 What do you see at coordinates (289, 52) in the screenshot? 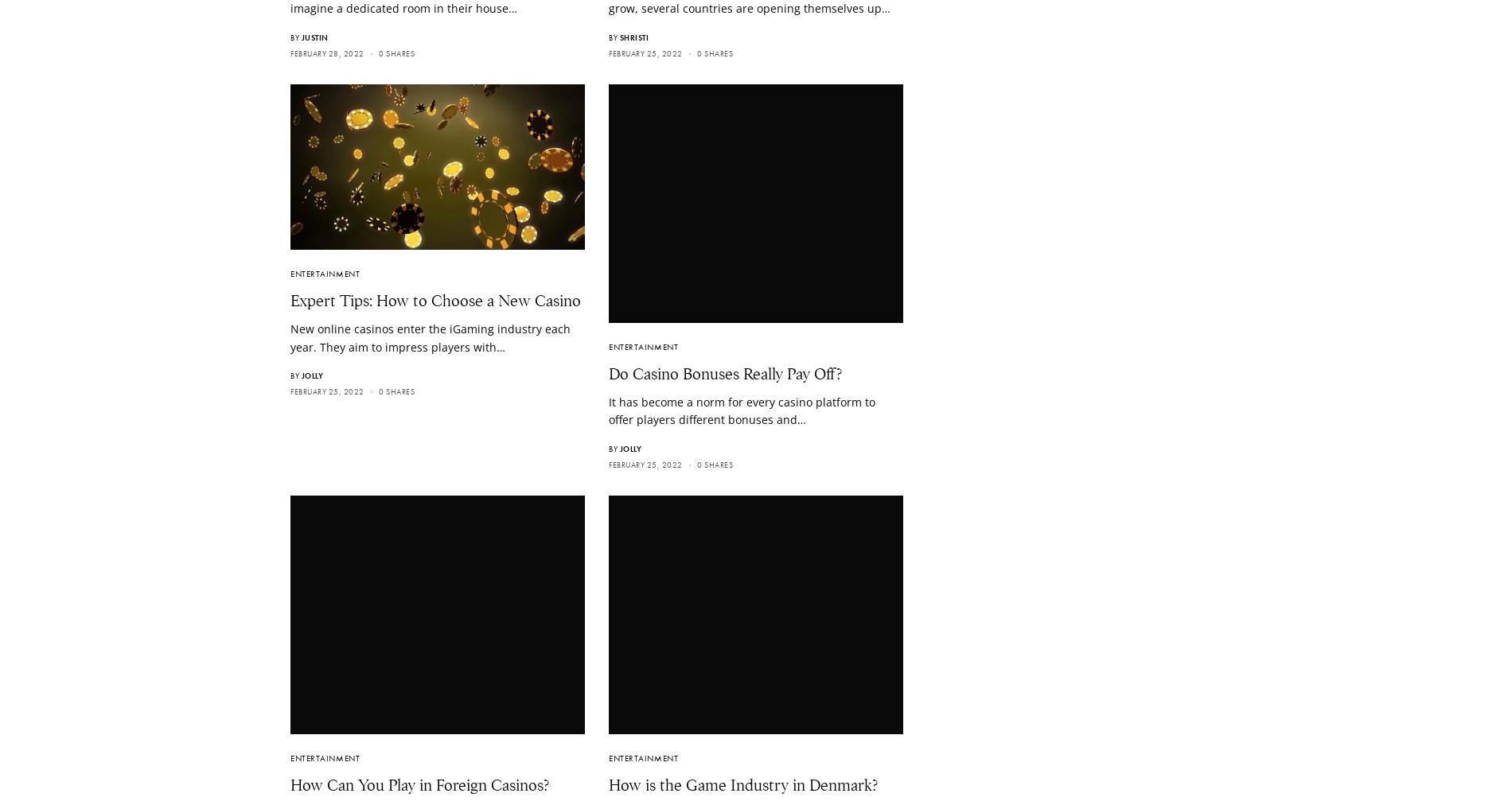
I see `'February 28, 2022'` at bounding box center [289, 52].